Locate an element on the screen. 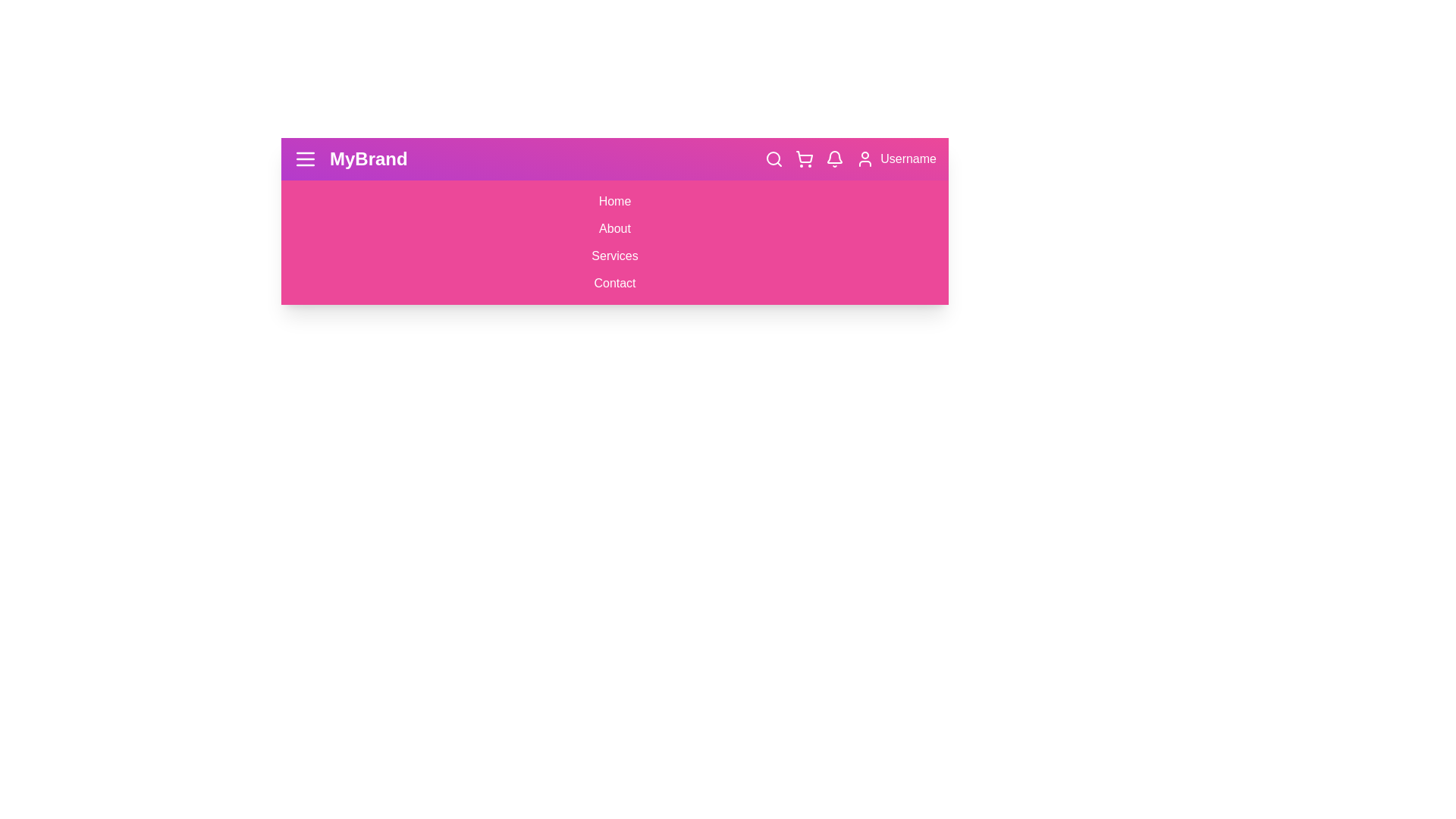 This screenshot has width=1456, height=819. the search icon to initiate a search is located at coordinates (774, 158).